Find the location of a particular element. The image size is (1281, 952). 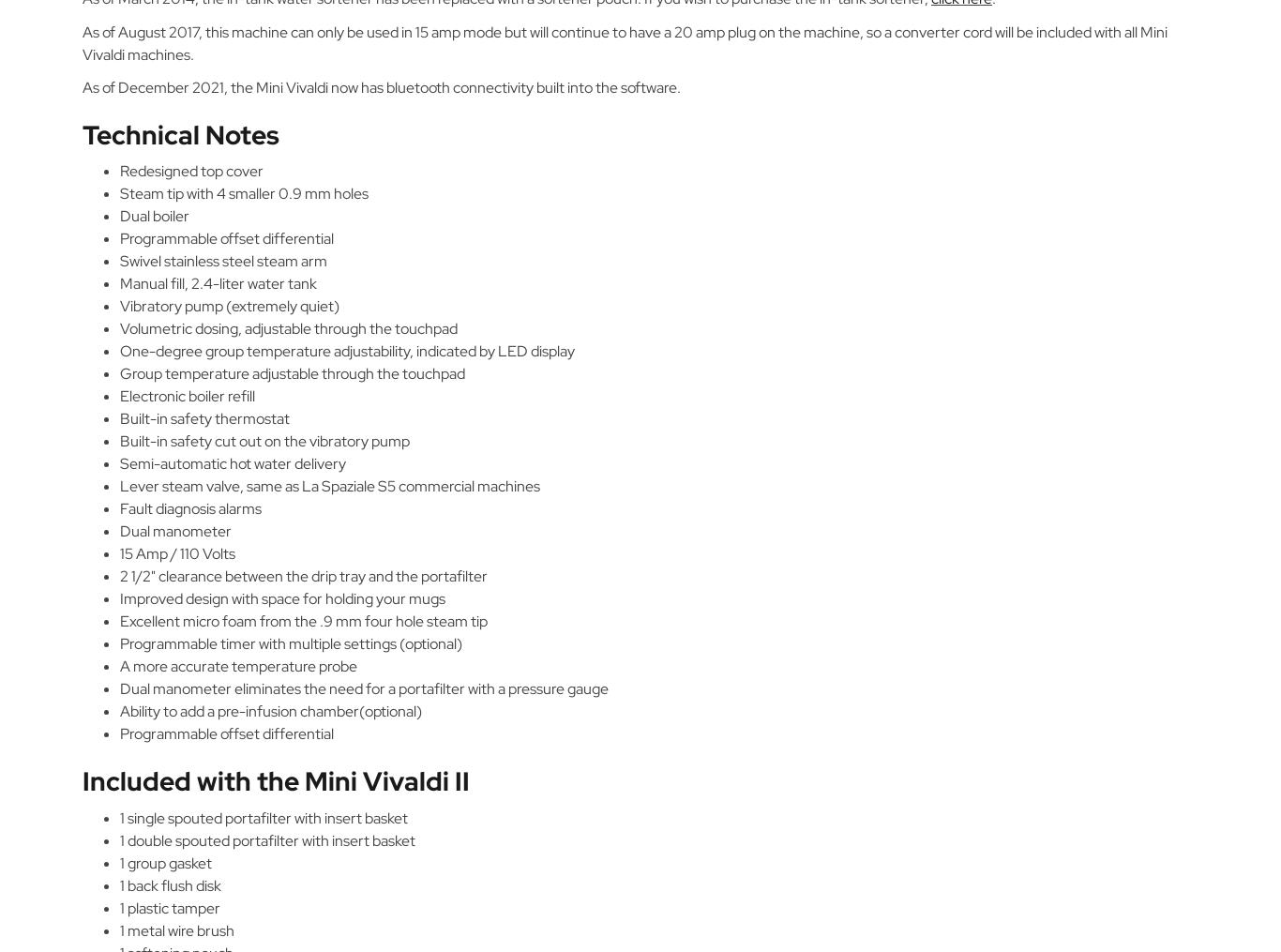

'Swivel stainless steel steam arm' is located at coordinates (223, 261).